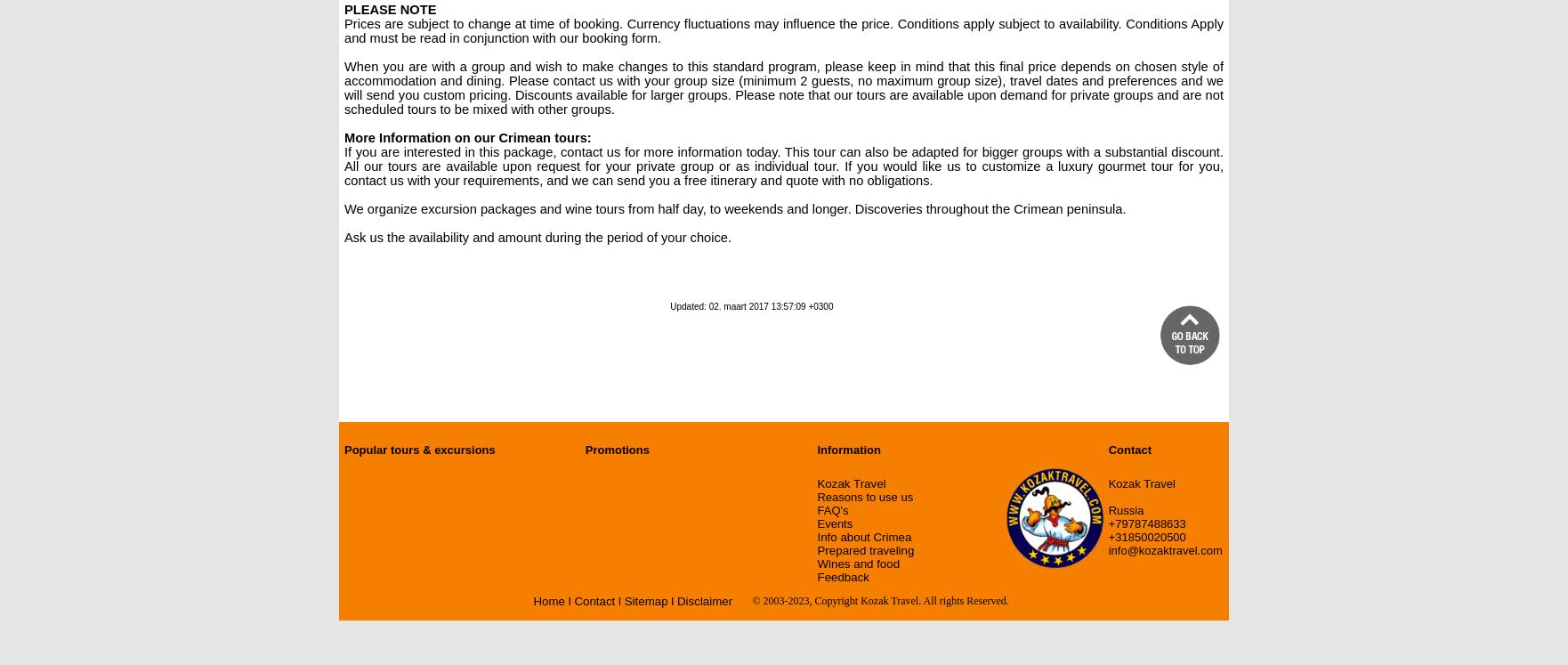 This screenshot has height=665, width=1568. What do you see at coordinates (784, 87) in the screenshot?
I see `'When you are with a group and wish to make changes to this standard program, please keep in mind that this final price depends on chosen style of accommodation and dining. Please contact us with your group size (minimum 2 guests, no maximum group size), travel dates and preferences and we will send you custom pricing. Discounts available for larger groups. Please note that our tours are available upon demand for 
		private groups and are not scheduled tours to be mixed with other groups.'` at bounding box center [784, 87].